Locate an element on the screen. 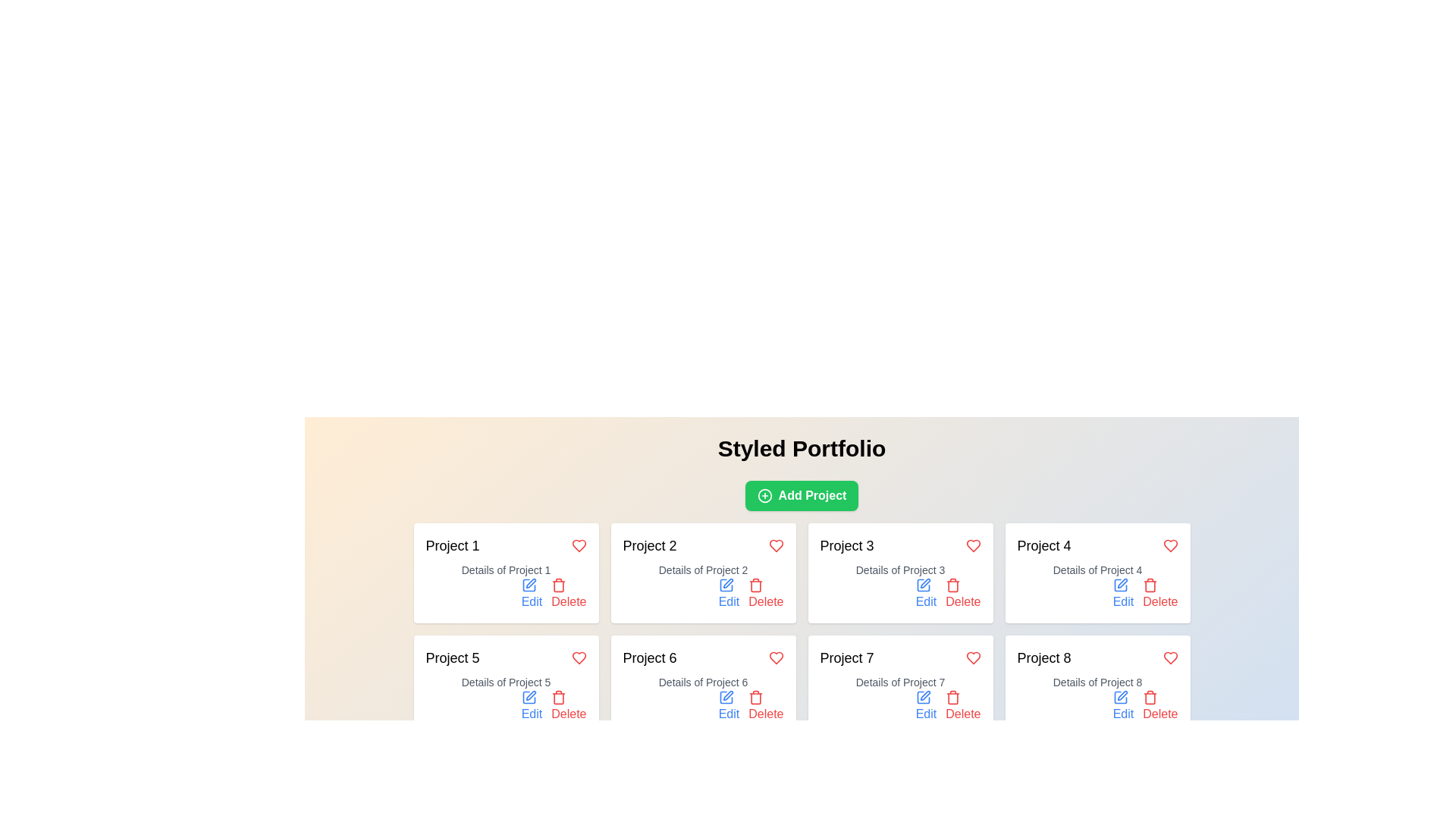  the delete icon button located at the bottom section of the sixth project box is located at coordinates (756, 698).